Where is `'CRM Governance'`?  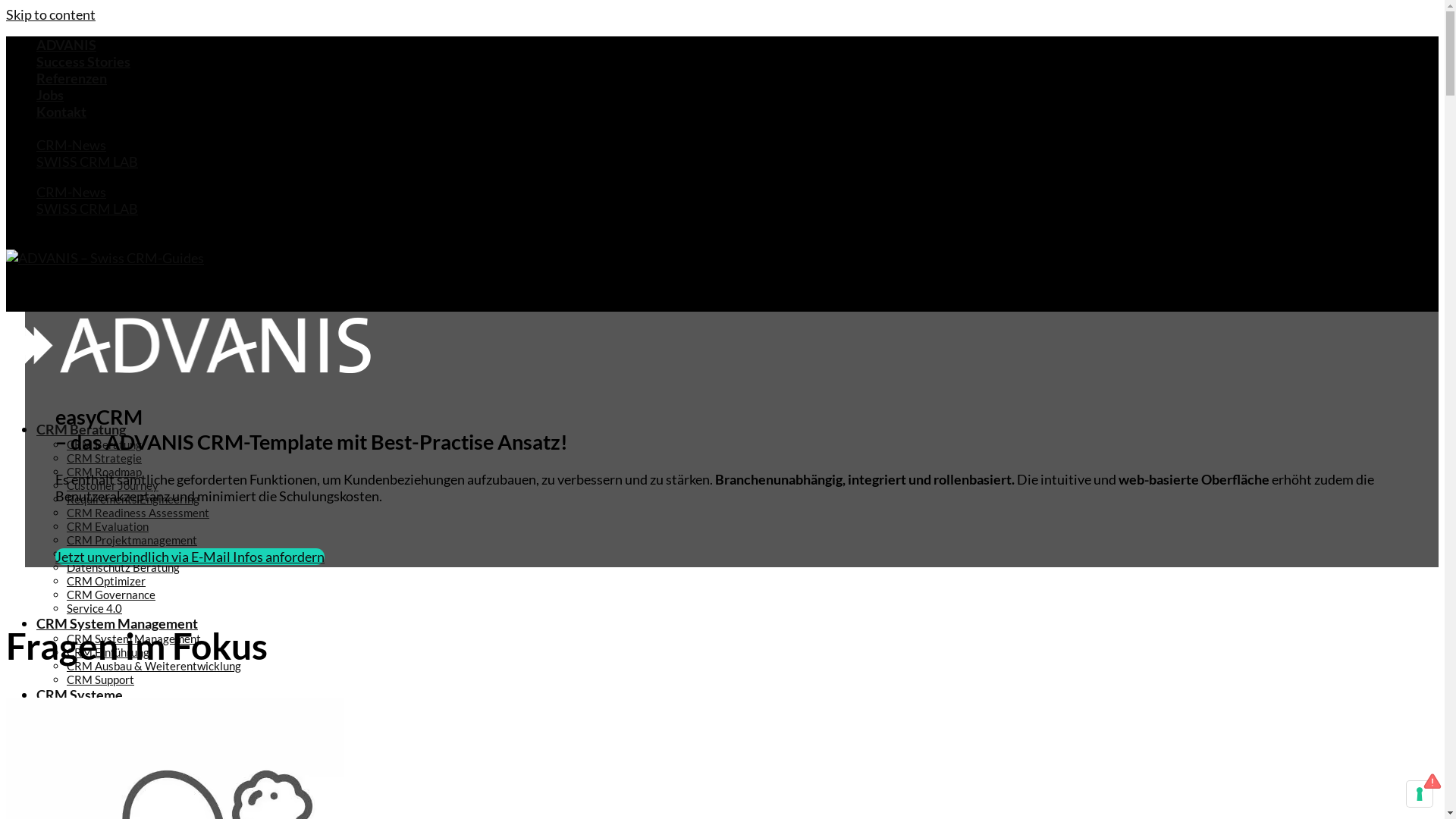
'CRM Governance' is located at coordinates (110, 593).